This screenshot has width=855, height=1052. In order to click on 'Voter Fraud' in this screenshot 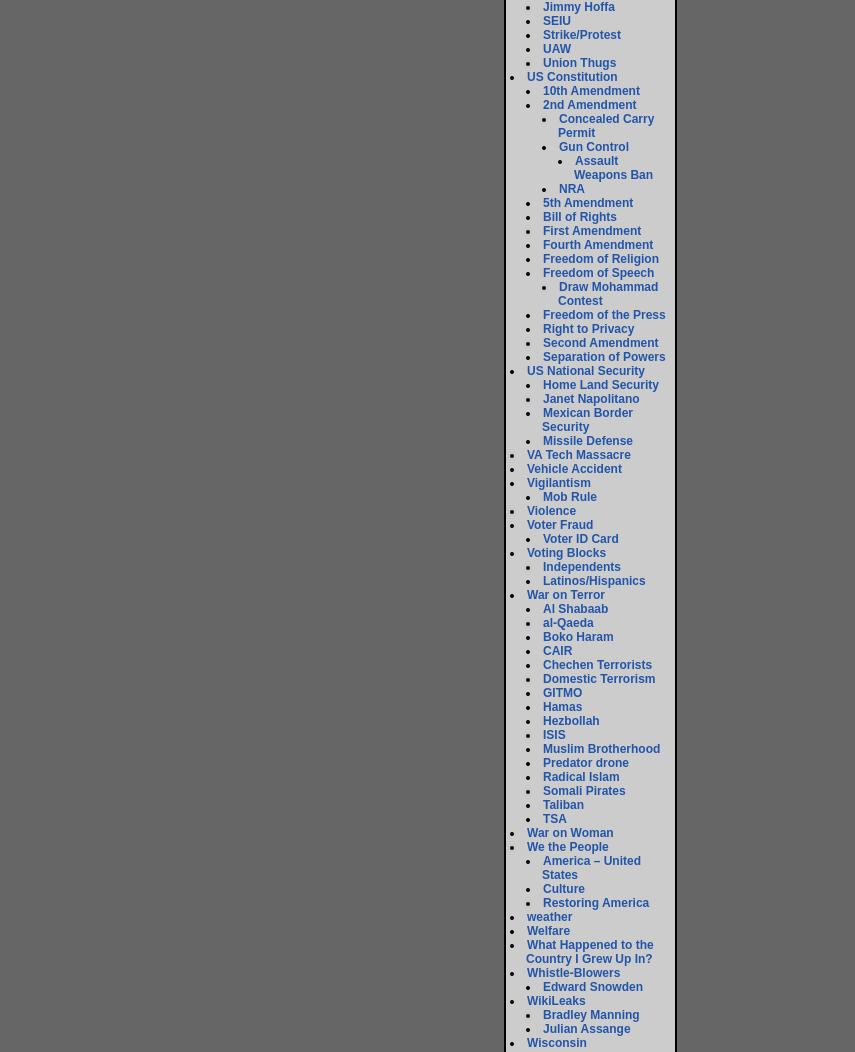, I will do `click(559, 523)`.